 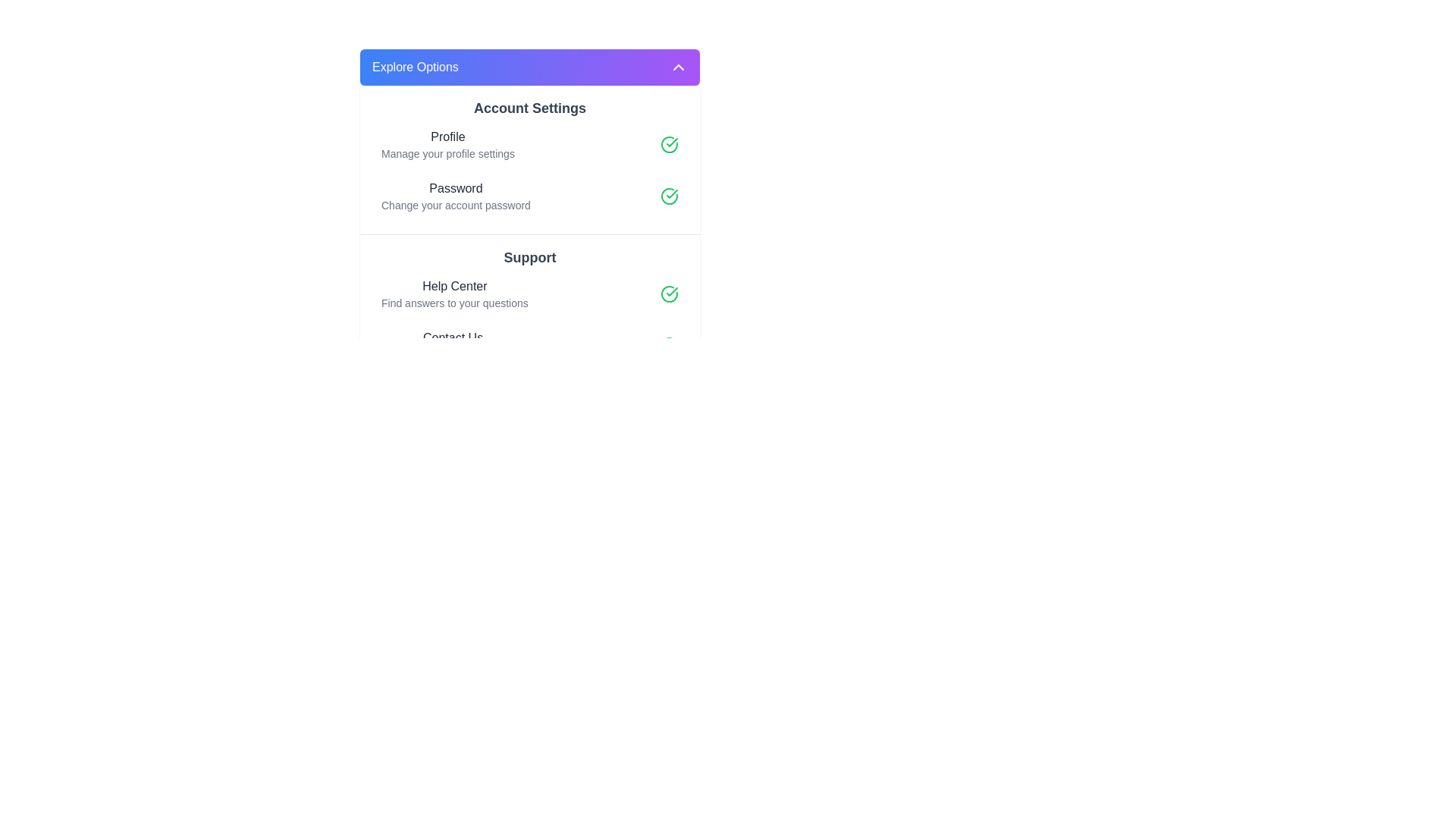 I want to click on the upward-pointing chevron icon located at the right edge of the 'Explore Options' button, which features a vibrant purple gradient theme, so click(x=677, y=66).